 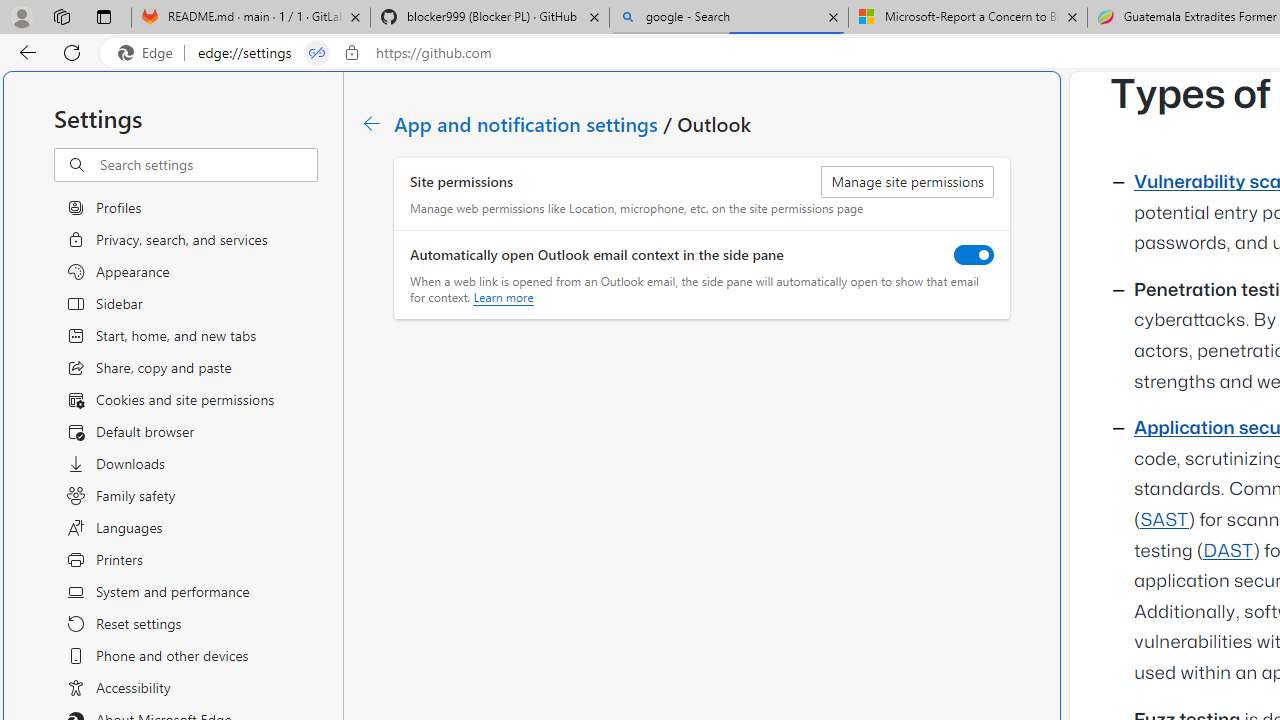 What do you see at coordinates (316, 52) in the screenshot?
I see `'Tabs in split screen'` at bounding box center [316, 52].